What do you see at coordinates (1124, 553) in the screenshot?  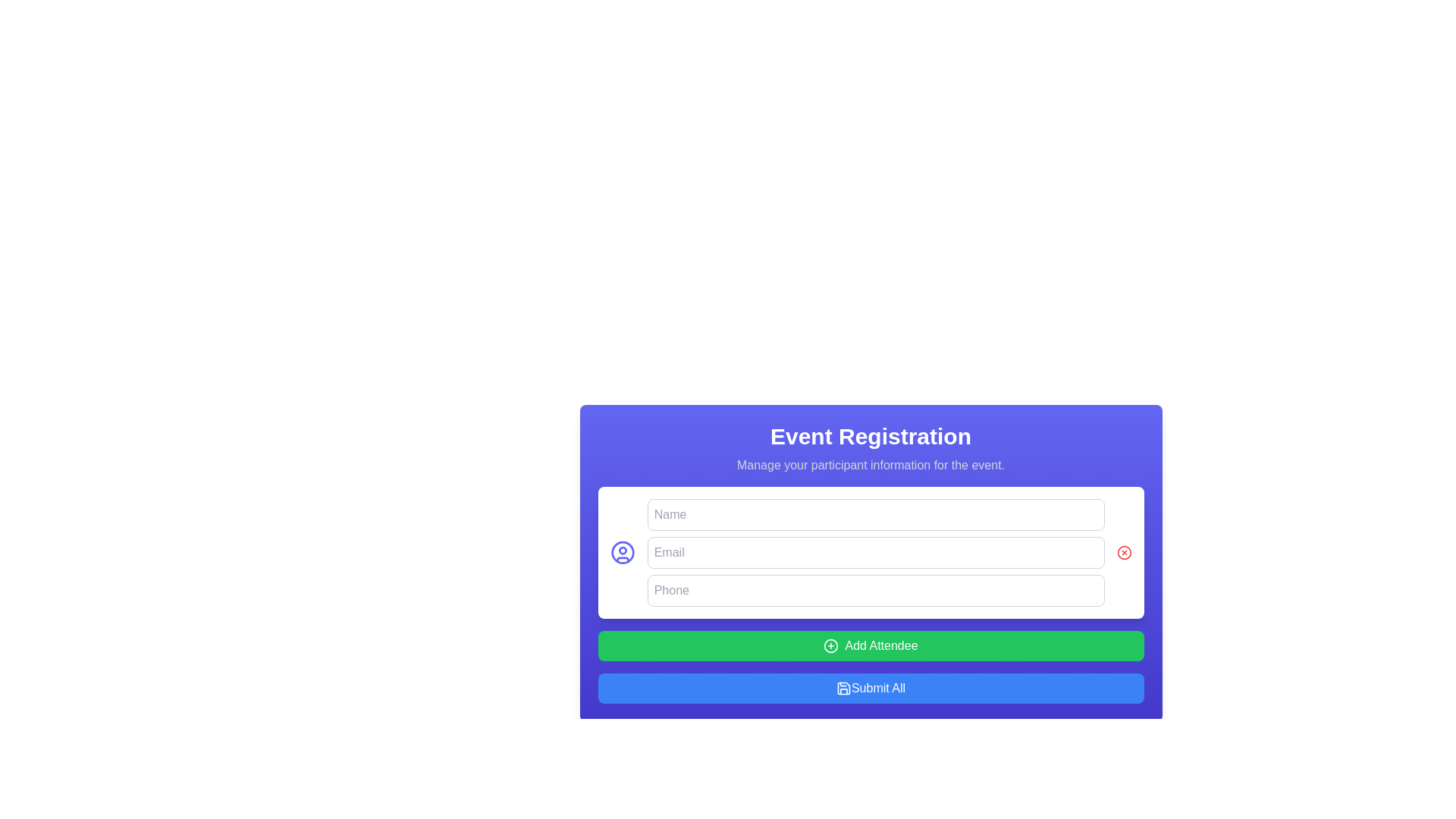 I see `the circular red 'X' button located at the far-right end of the 'Email' input field` at bounding box center [1124, 553].